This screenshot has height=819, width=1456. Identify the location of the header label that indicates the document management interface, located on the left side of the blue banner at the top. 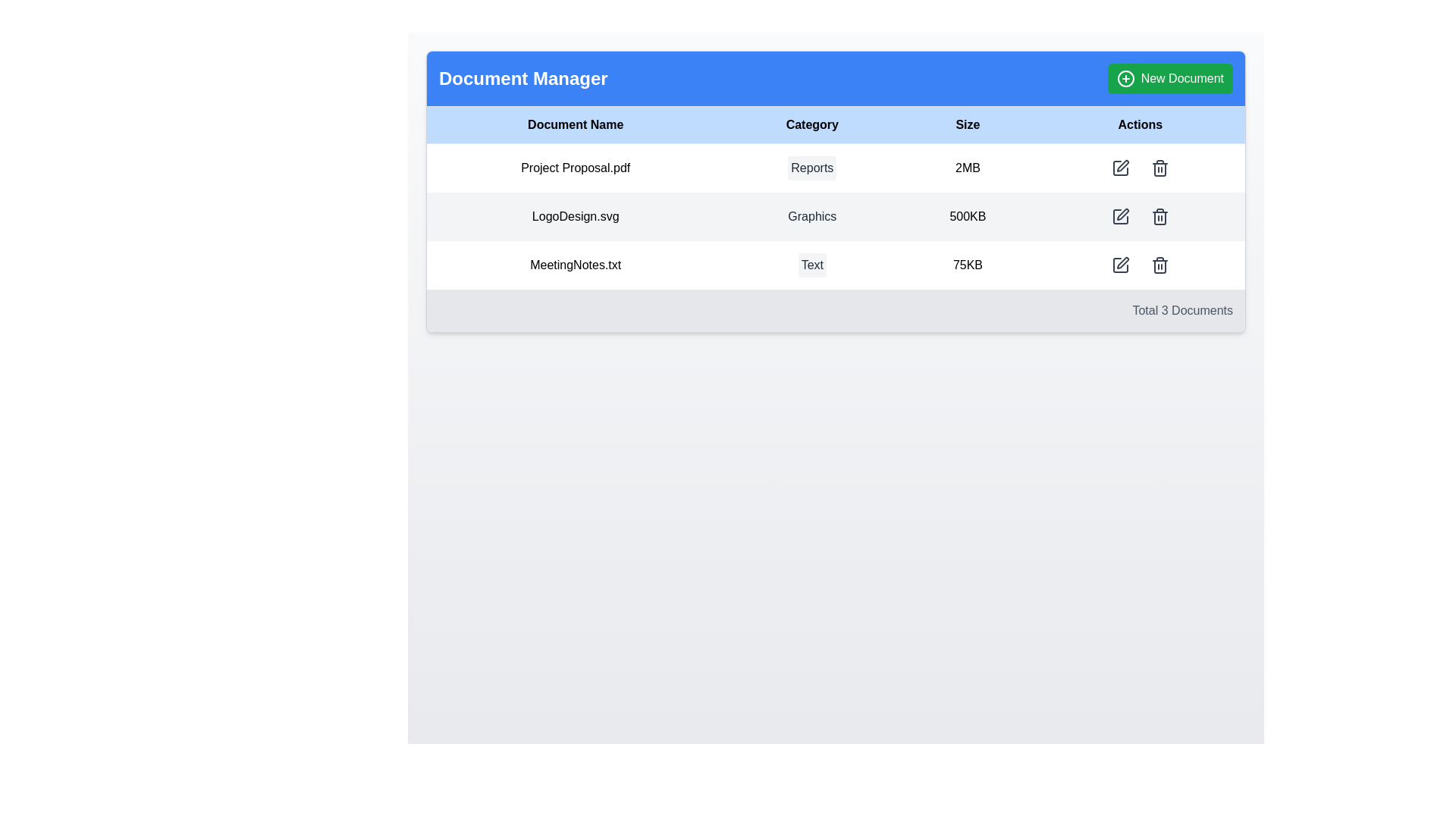
(523, 79).